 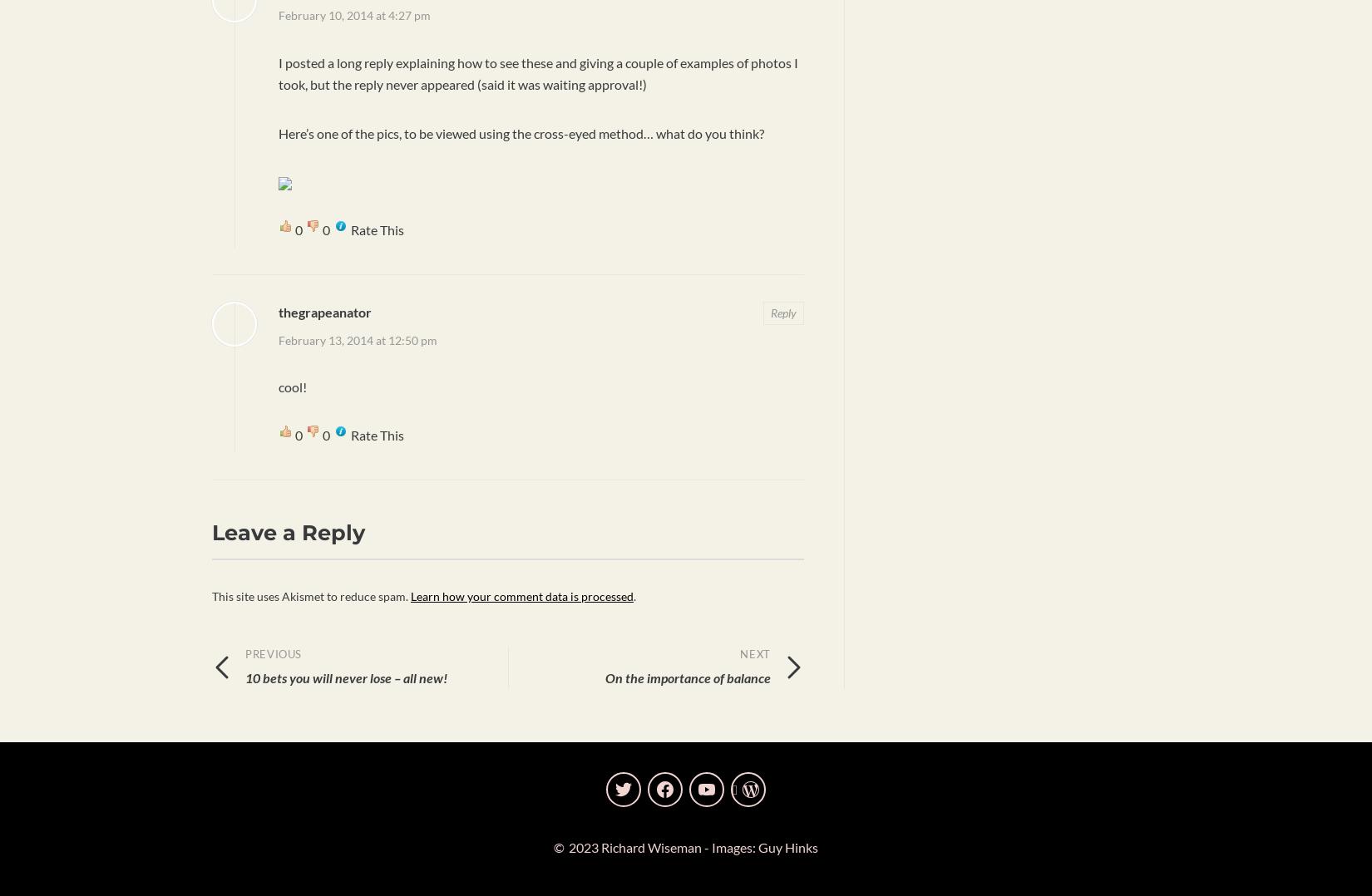 What do you see at coordinates (521, 595) in the screenshot?
I see `'Learn how your comment data is processed'` at bounding box center [521, 595].